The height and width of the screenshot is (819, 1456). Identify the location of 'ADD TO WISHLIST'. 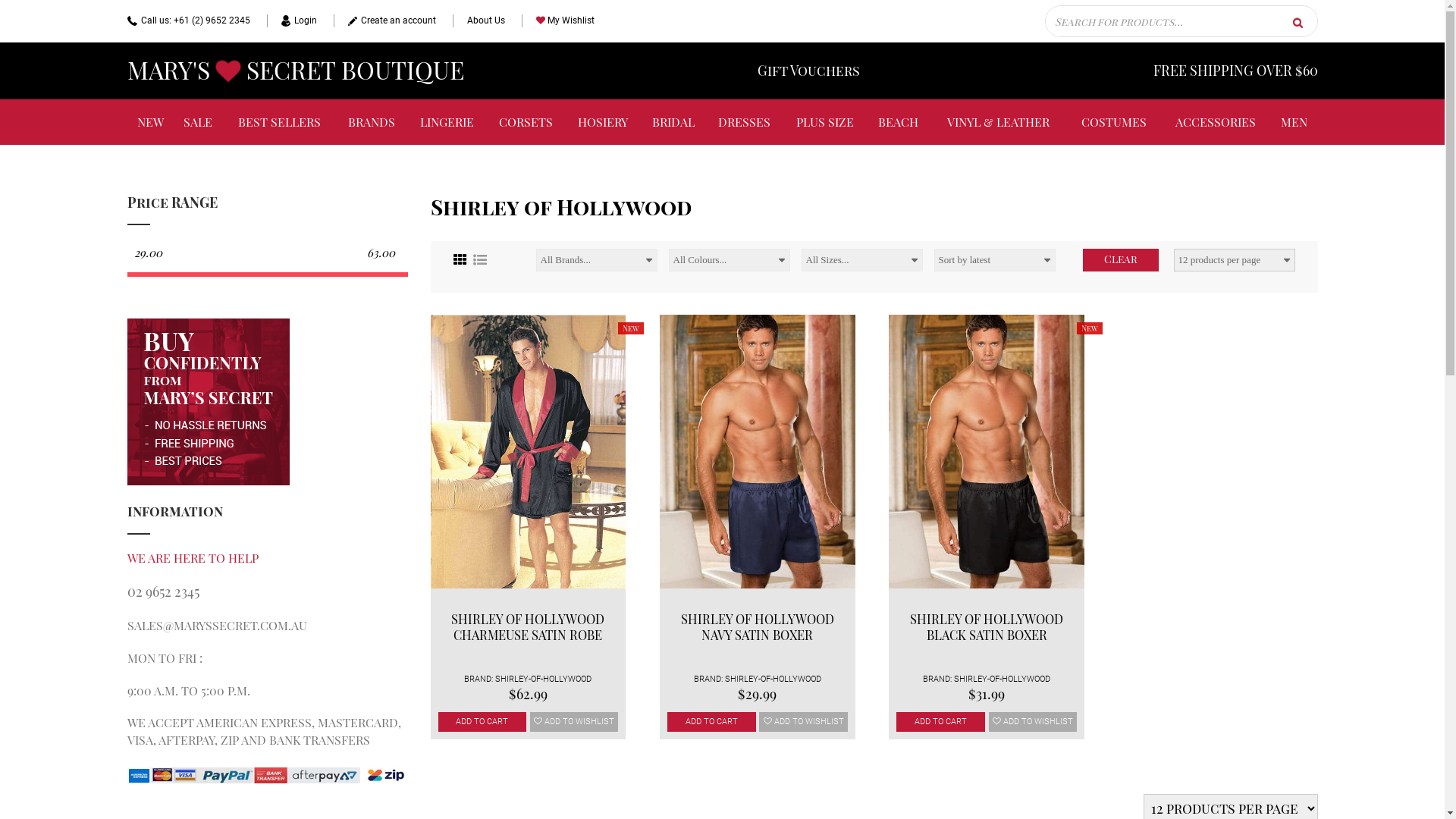
(1032, 721).